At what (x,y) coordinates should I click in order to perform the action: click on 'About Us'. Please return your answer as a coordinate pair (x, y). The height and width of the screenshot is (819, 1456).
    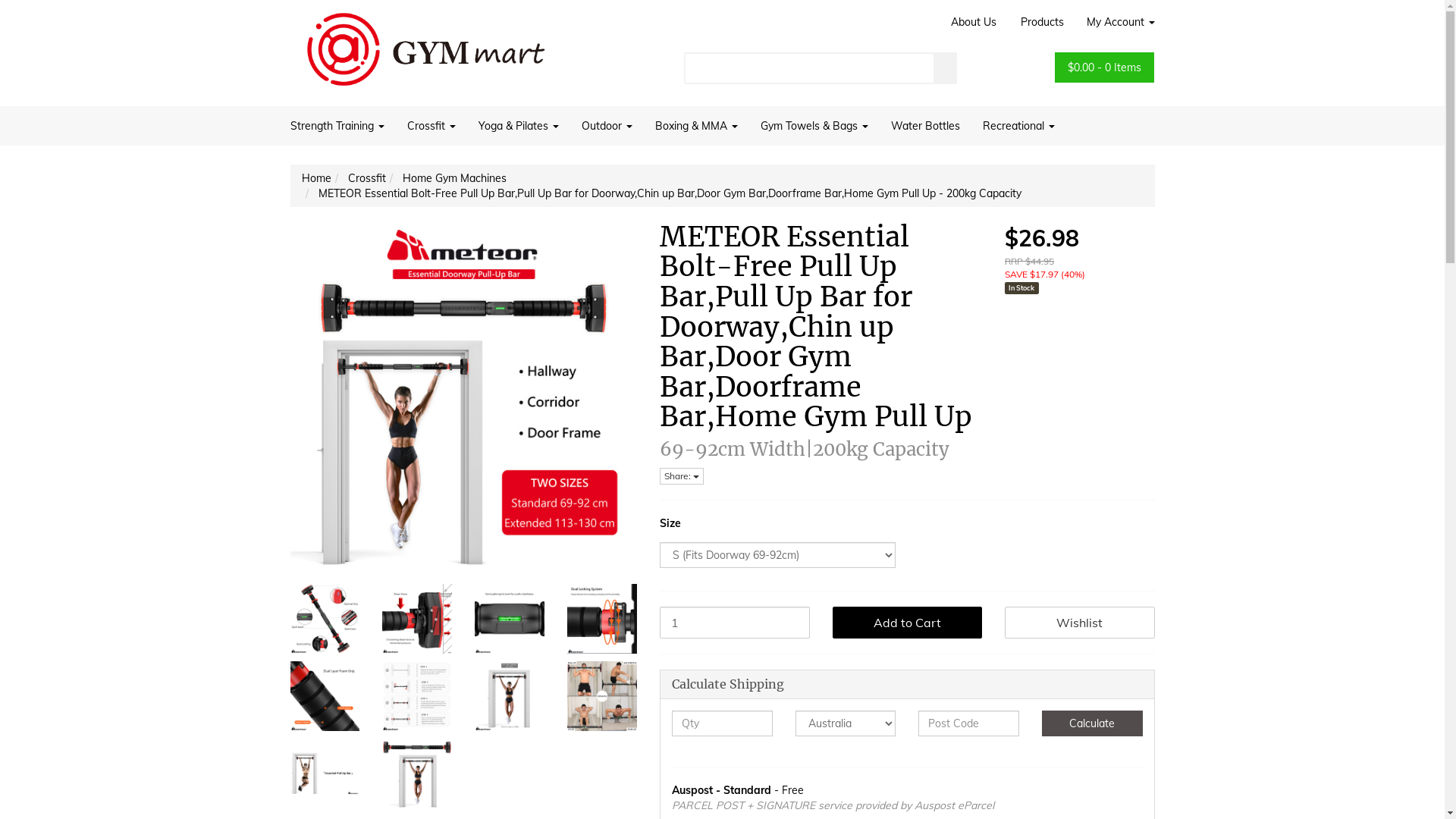
    Looking at the image, I should click on (972, 22).